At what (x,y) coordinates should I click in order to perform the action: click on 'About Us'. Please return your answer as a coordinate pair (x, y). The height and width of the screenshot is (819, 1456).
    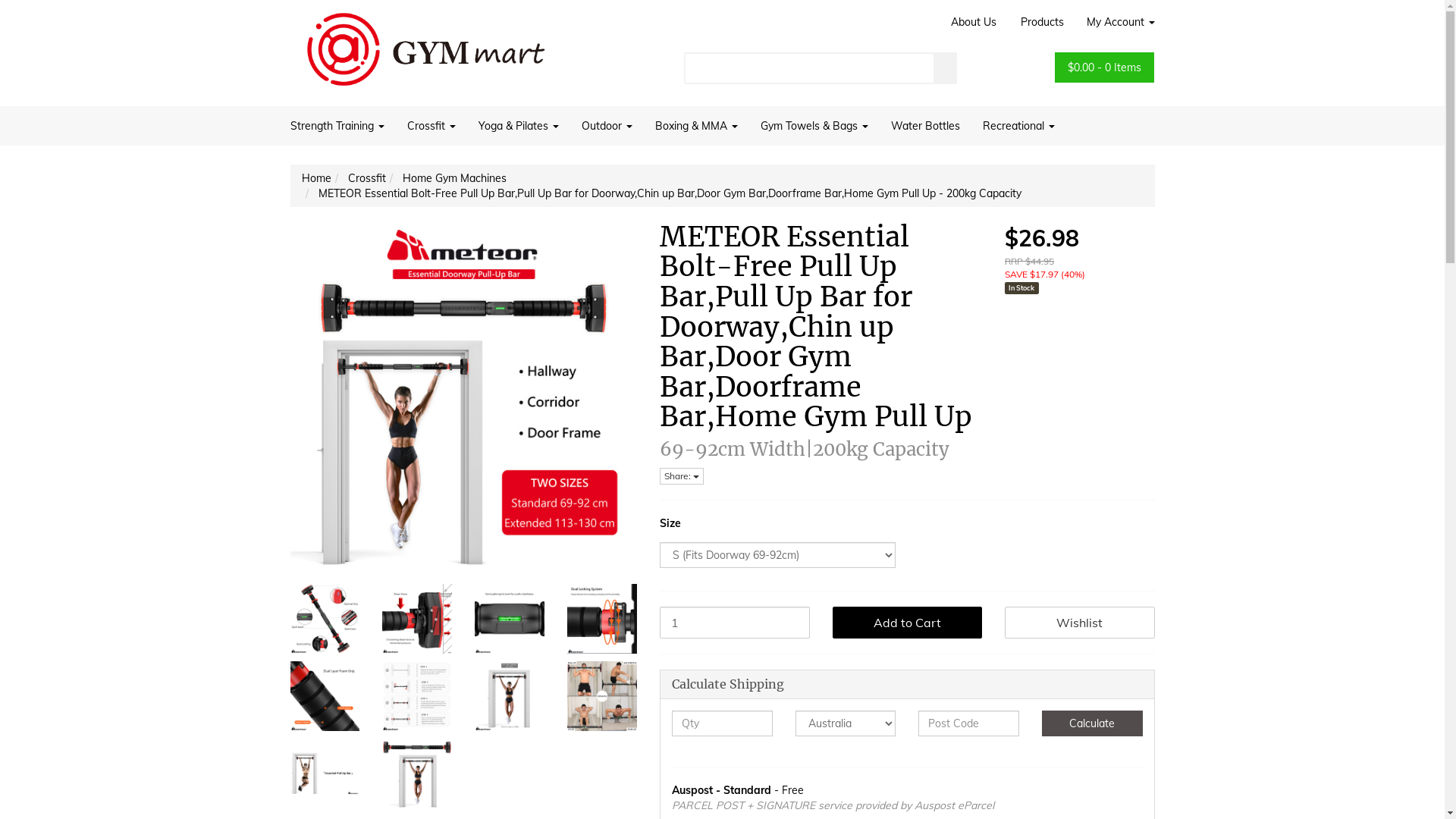
    Looking at the image, I should click on (972, 22).